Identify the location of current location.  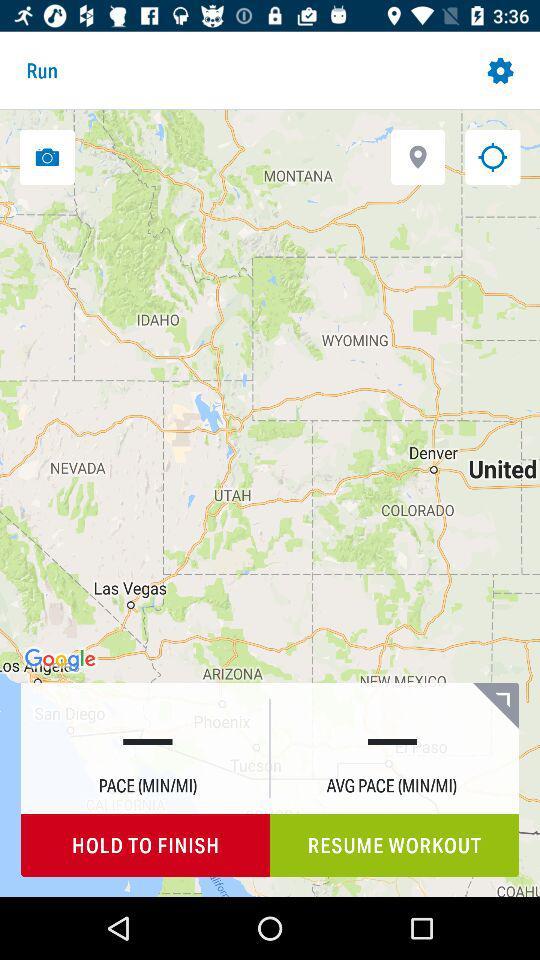
(491, 156).